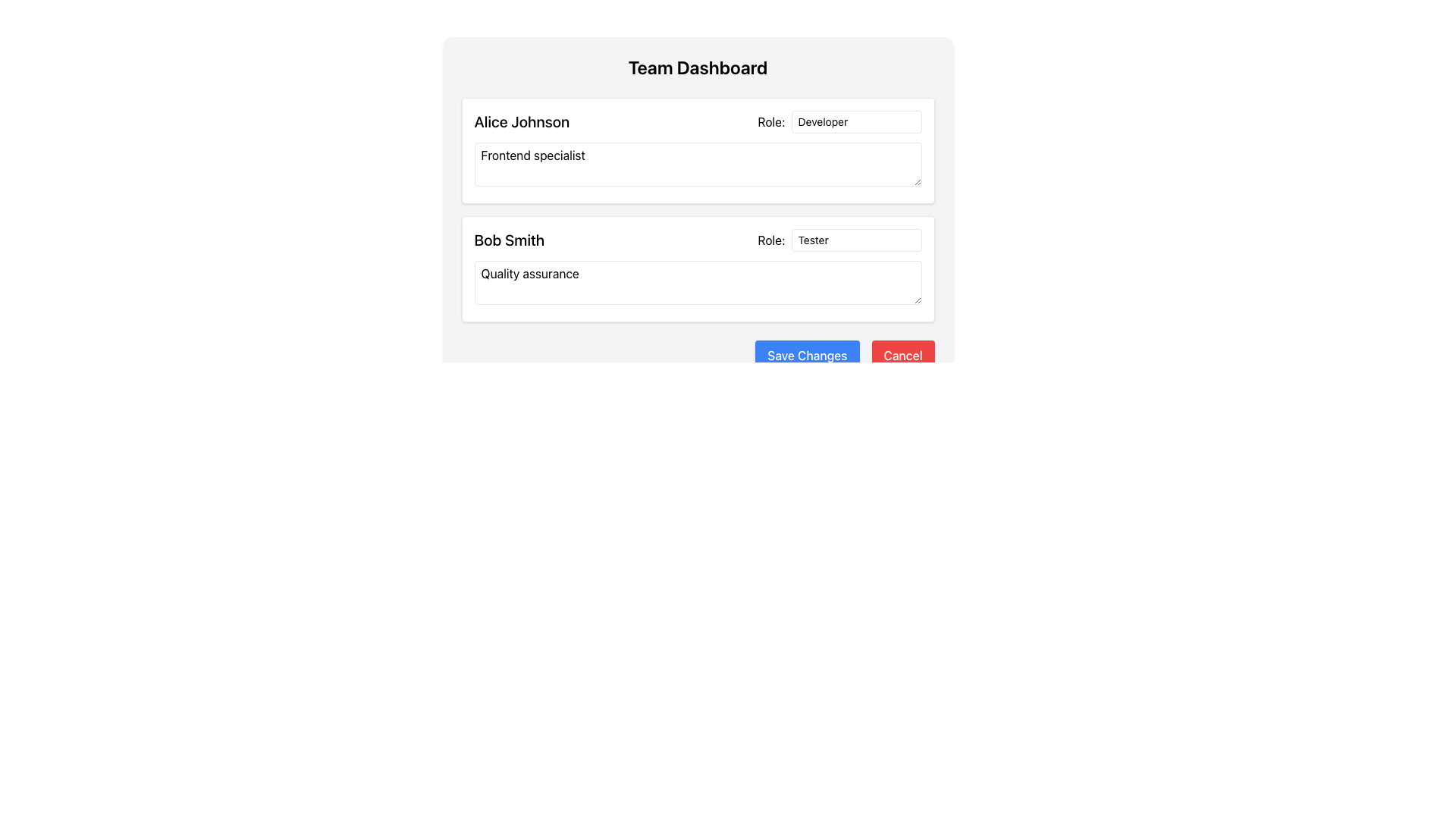 The height and width of the screenshot is (819, 1456). What do you see at coordinates (771, 121) in the screenshot?
I see `the label displaying 'Role:' which is positioned to the left of the 'Developer' field in the top user section for 'Alice Johnson'` at bounding box center [771, 121].